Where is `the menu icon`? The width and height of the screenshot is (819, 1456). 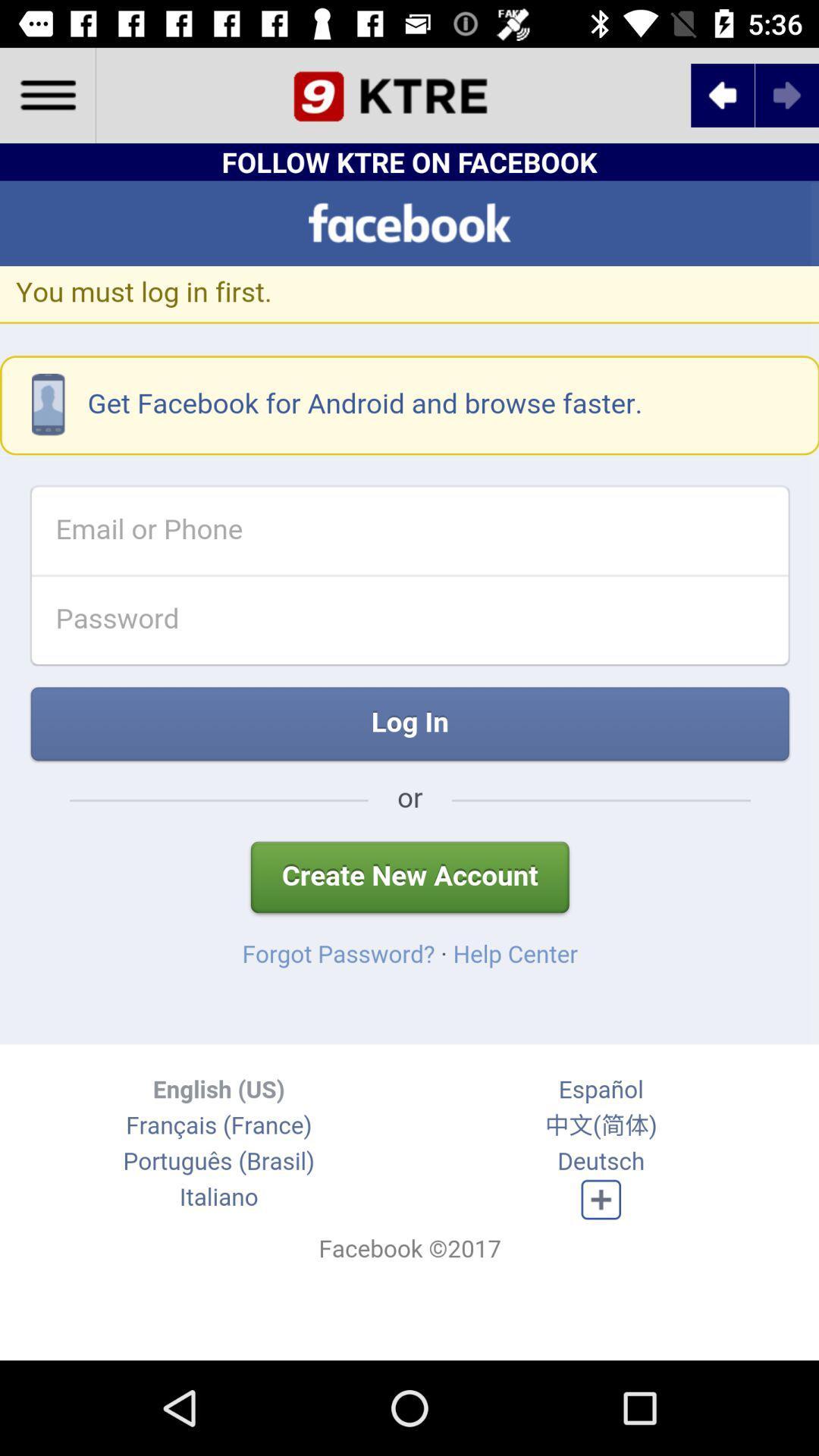
the menu icon is located at coordinates (46, 94).